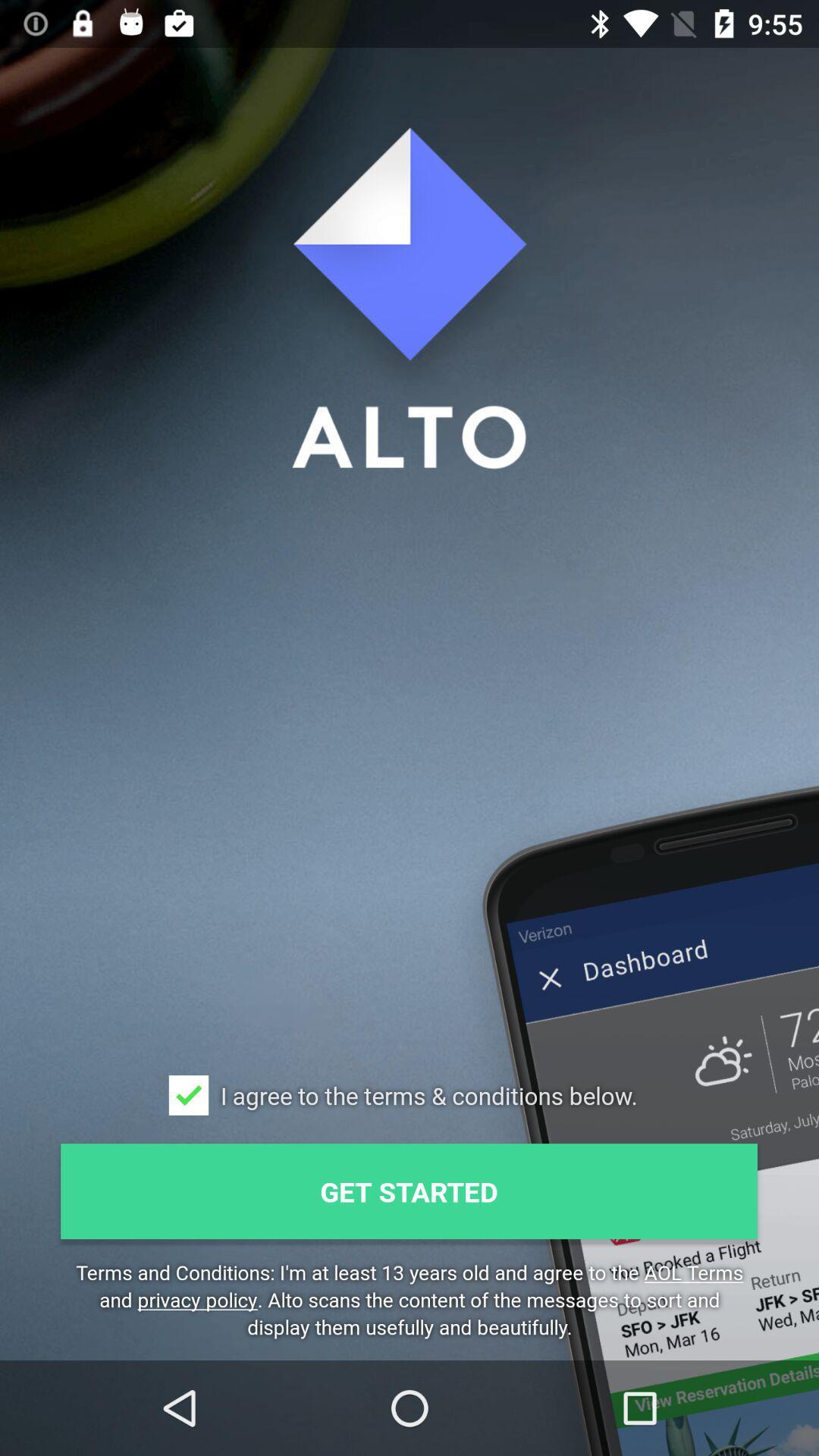  Describe the element at coordinates (188, 1095) in the screenshot. I see `icon next to i agree to` at that location.